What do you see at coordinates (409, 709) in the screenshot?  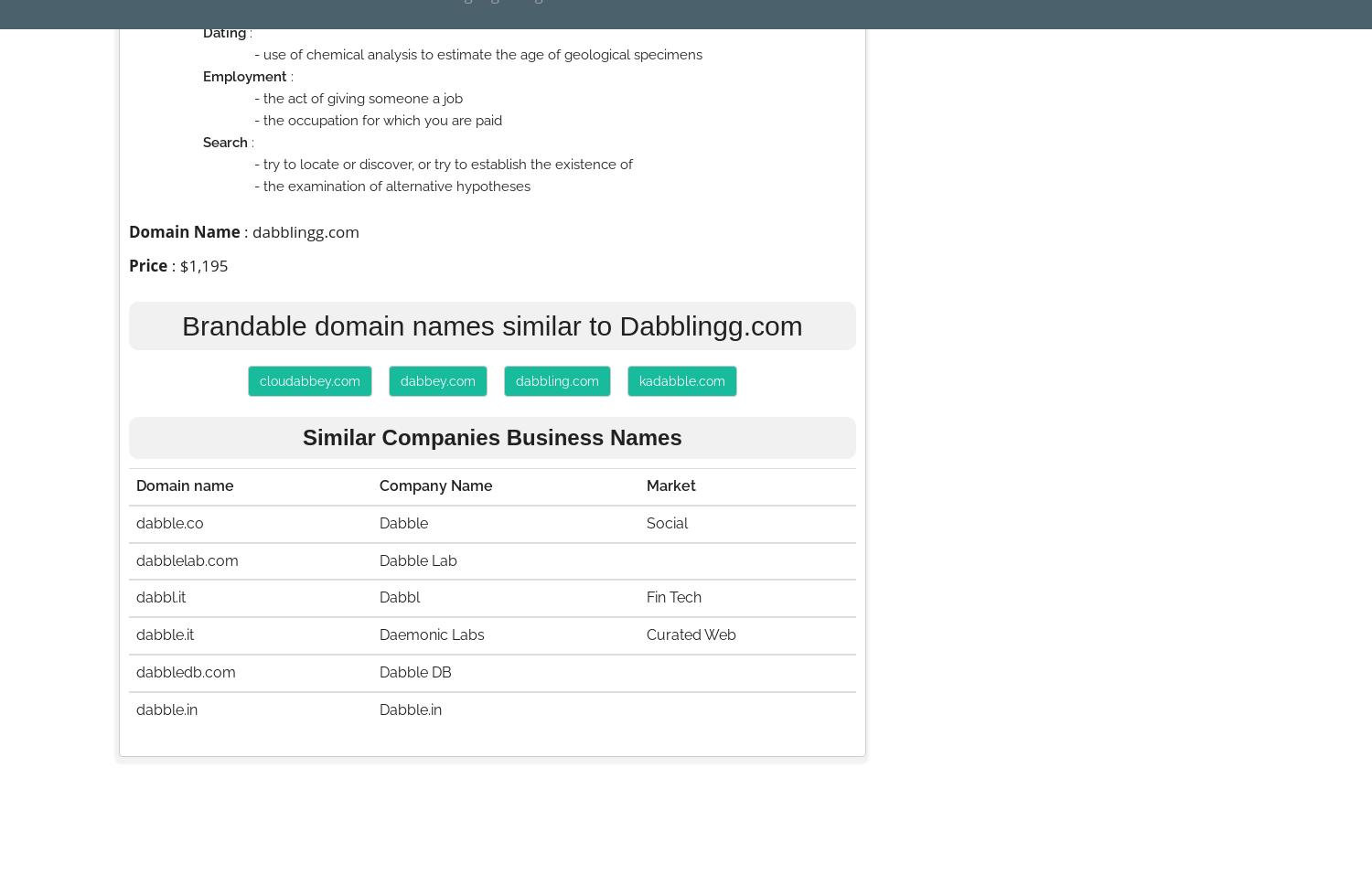 I see `'Dabble.in'` at bounding box center [409, 709].